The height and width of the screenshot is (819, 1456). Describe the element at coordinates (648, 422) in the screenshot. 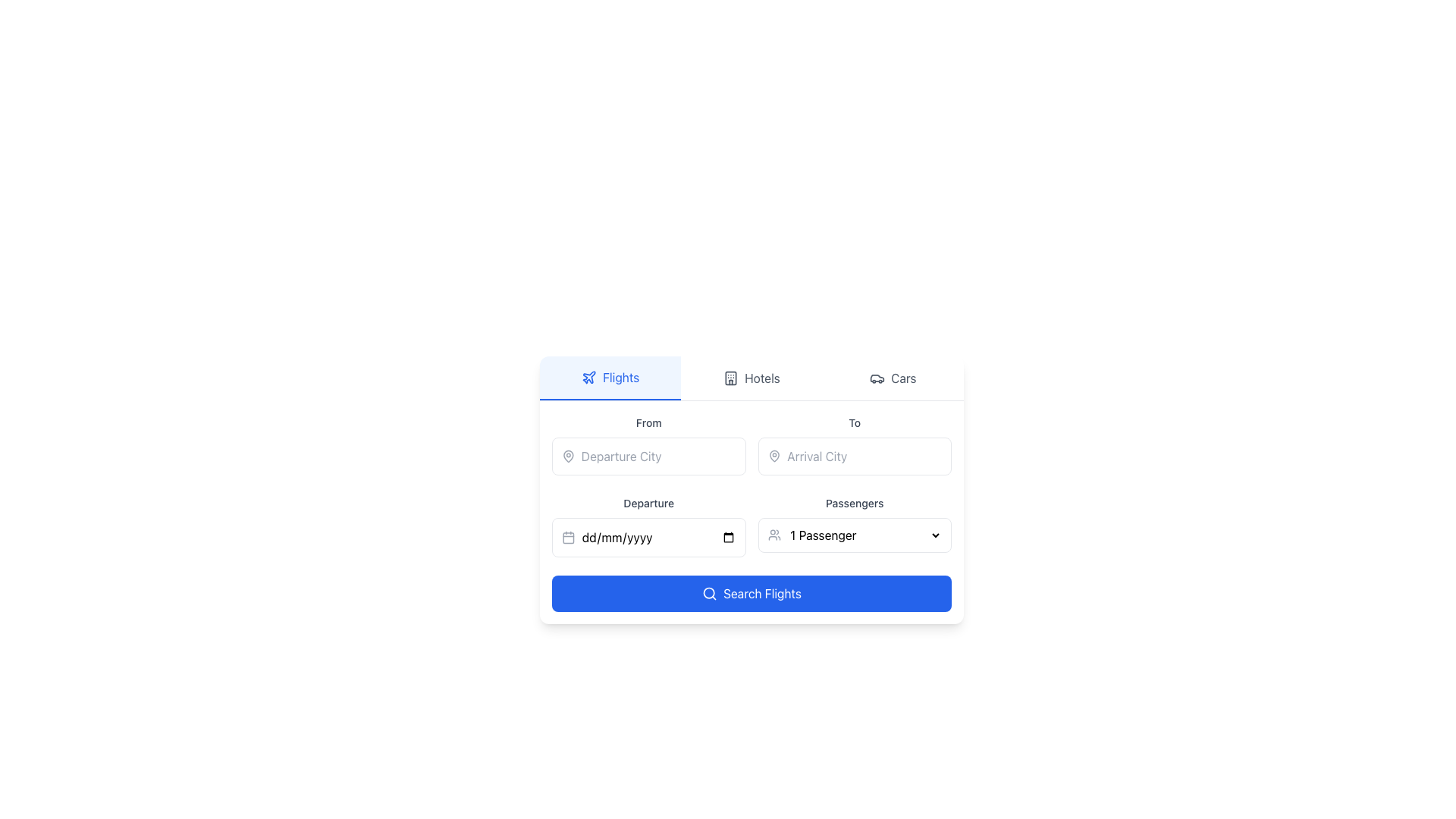

I see `the 'From' label, which is a small gray text label positioned at the top-left corner of the flight search widget above the 'Departure City' input box` at that location.